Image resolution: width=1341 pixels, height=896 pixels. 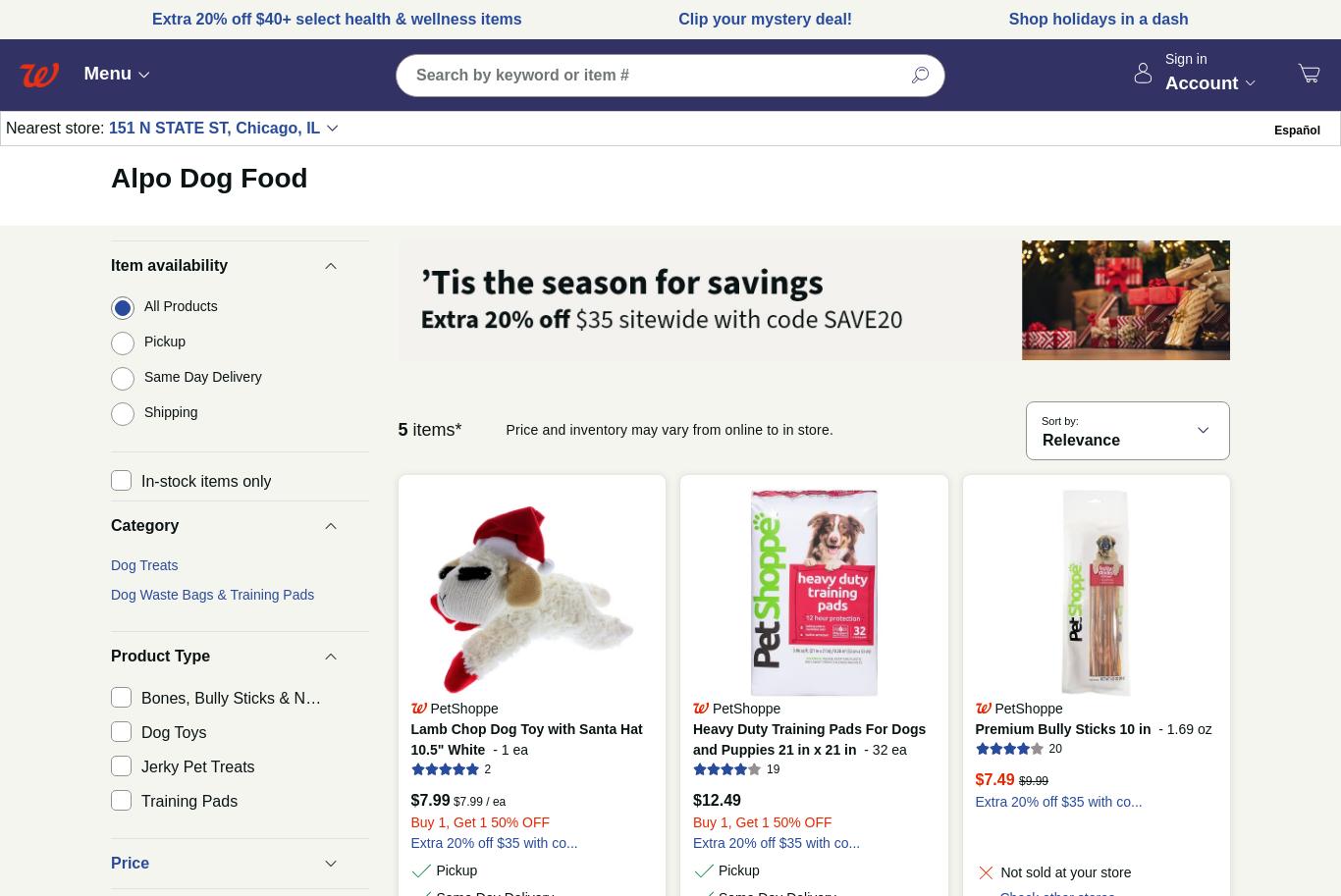 What do you see at coordinates (1097, 18) in the screenshot?
I see `'Shop holidays in a dash'` at bounding box center [1097, 18].